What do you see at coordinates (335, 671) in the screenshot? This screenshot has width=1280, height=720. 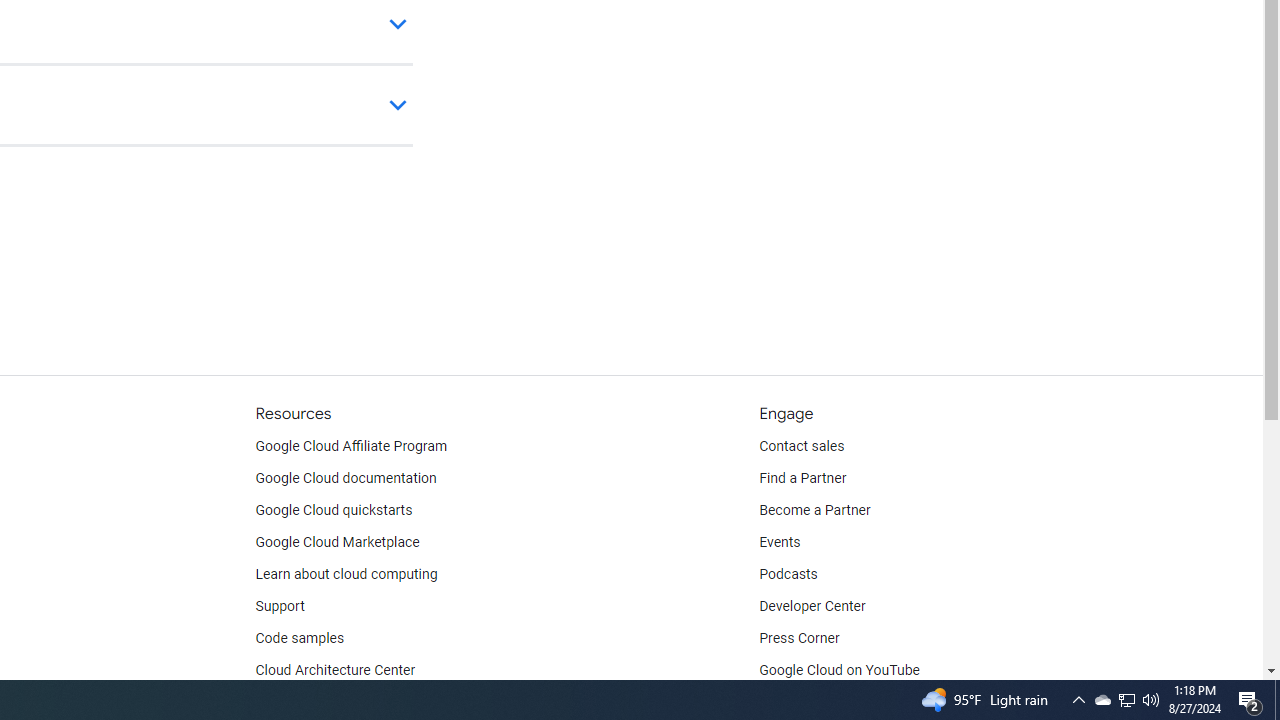 I see `'Cloud Architecture Center'` at bounding box center [335, 671].